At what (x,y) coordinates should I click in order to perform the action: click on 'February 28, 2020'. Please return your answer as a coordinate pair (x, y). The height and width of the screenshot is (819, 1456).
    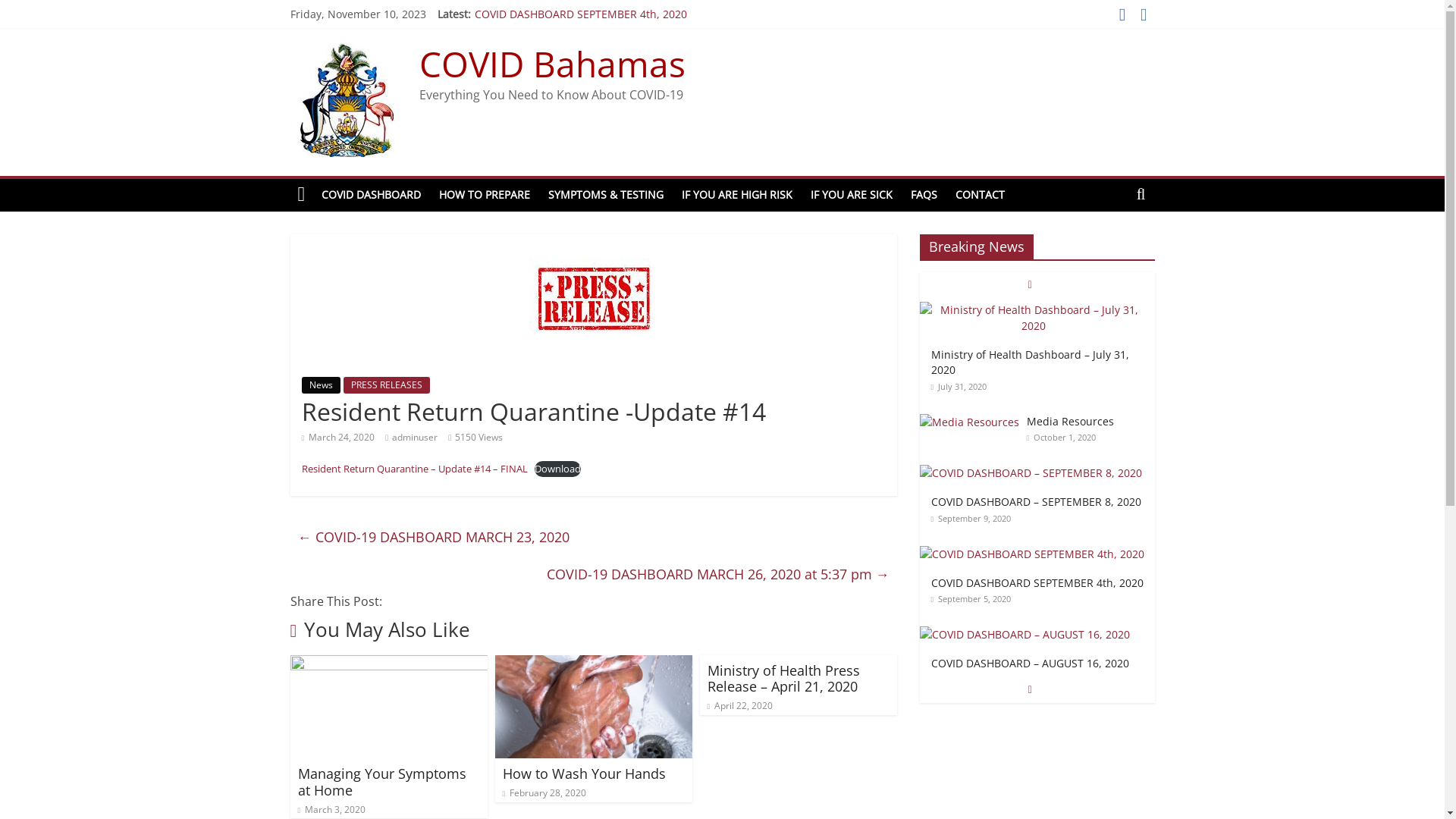
    Looking at the image, I should click on (544, 792).